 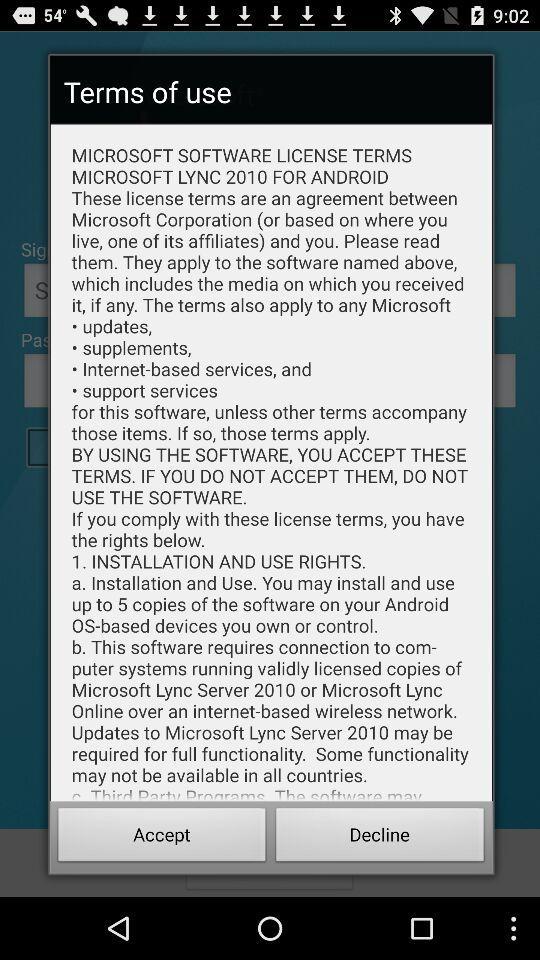 I want to click on item next to the decline button, so click(x=161, y=837).